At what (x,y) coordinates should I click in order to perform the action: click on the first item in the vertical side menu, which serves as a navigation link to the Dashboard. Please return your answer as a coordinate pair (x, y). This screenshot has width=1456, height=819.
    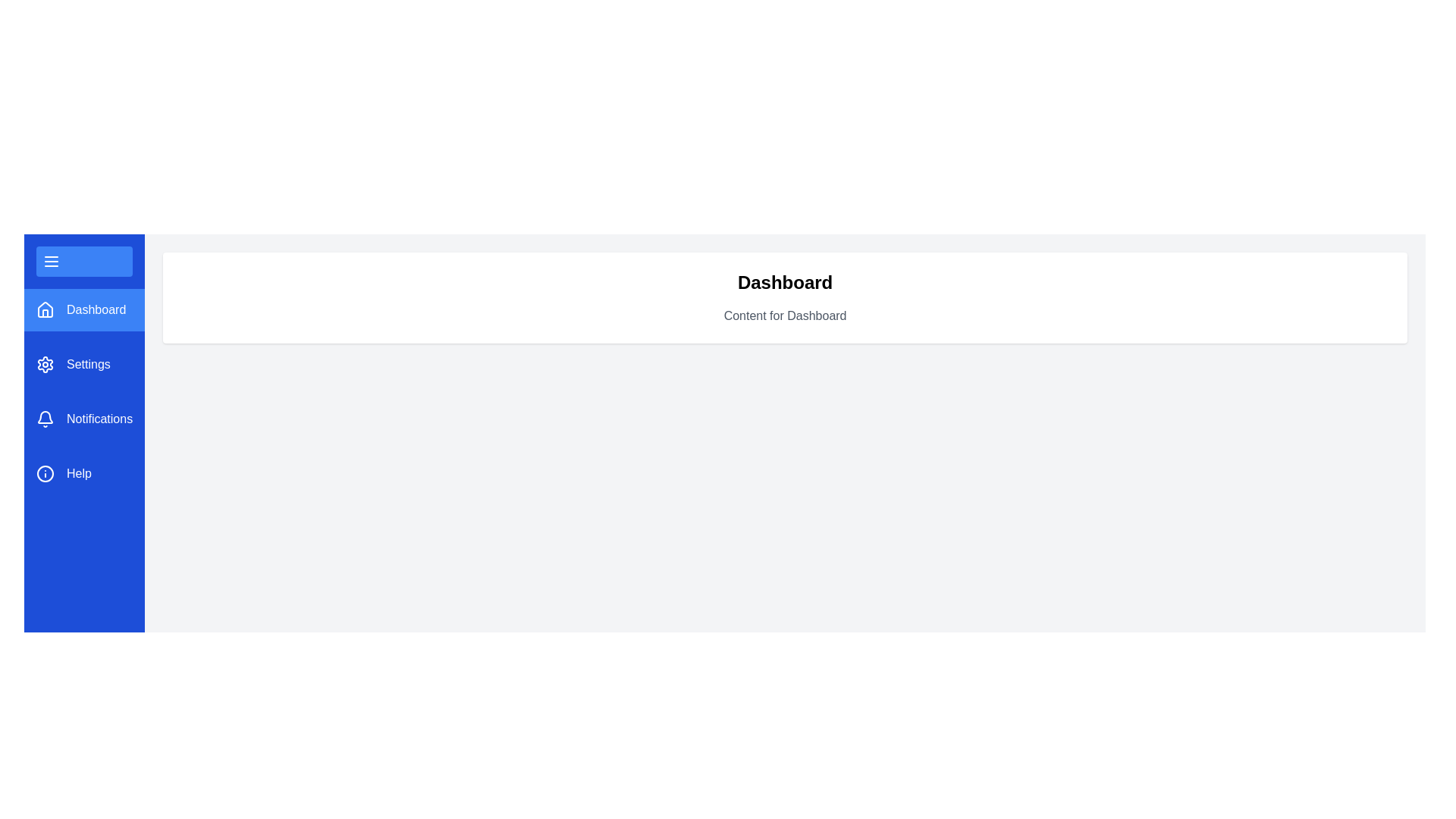
    Looking at the image, I should click on (83, 309).